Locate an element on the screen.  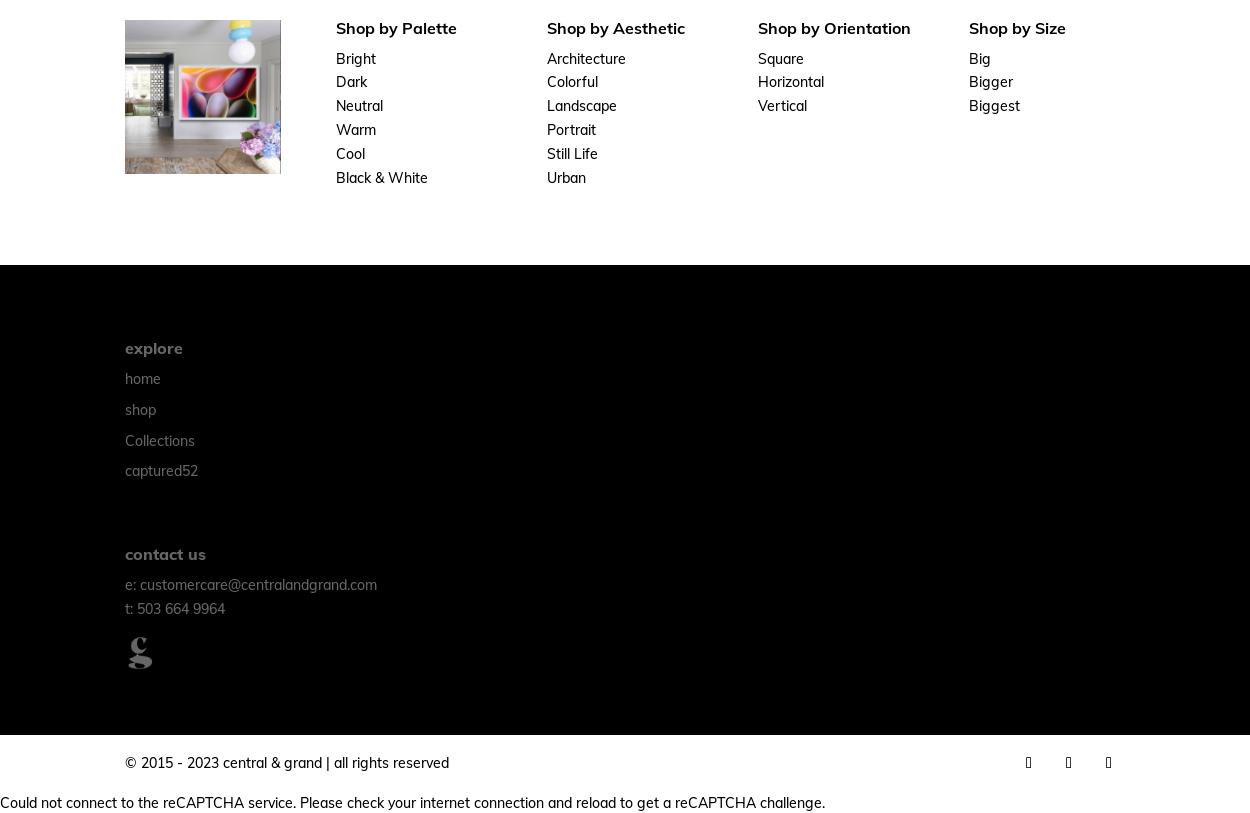
'home' is located at coordinates (143, 378).